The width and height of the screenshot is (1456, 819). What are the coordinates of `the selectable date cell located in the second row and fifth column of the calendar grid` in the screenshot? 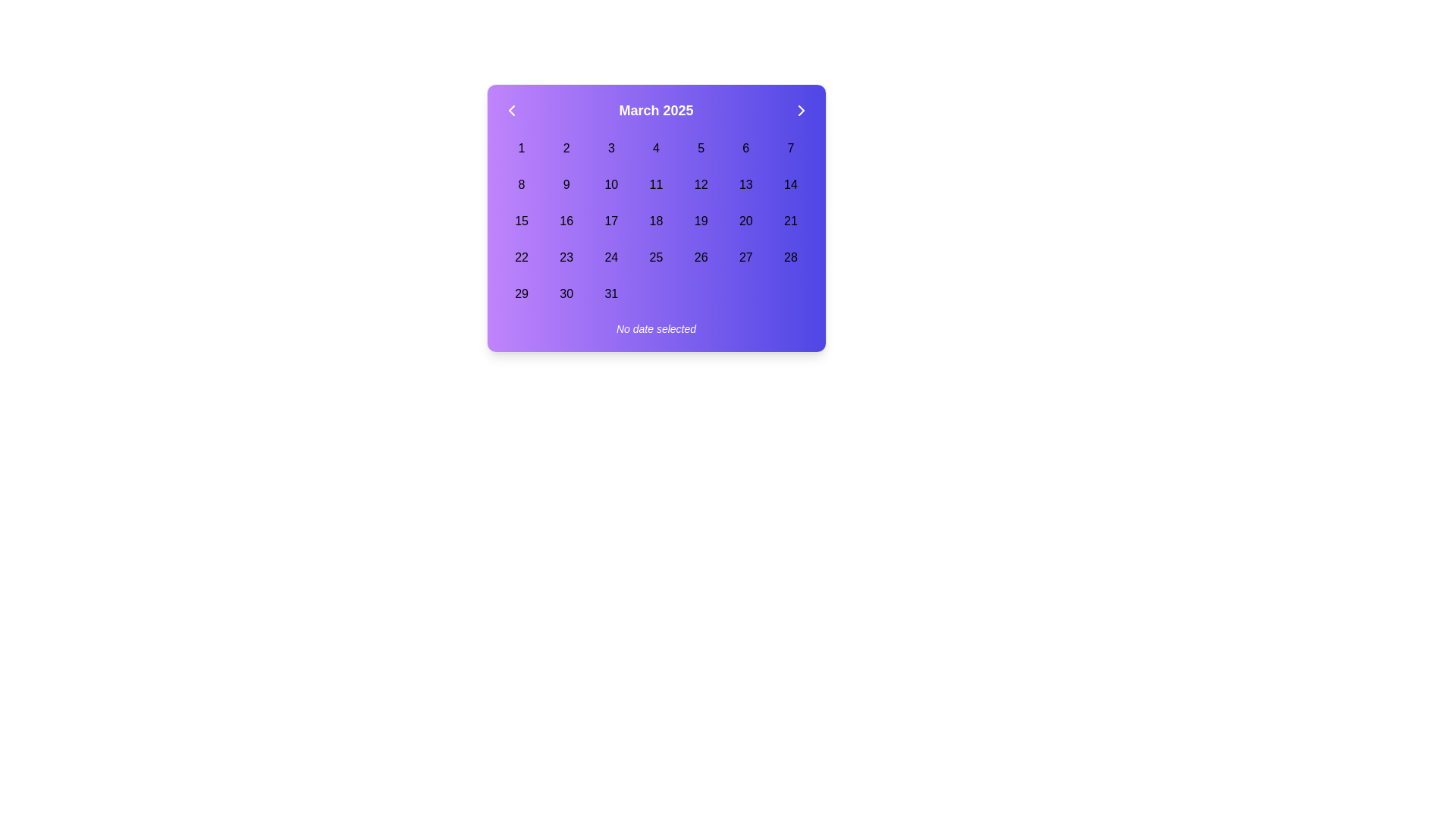 It's located at (700, 184).